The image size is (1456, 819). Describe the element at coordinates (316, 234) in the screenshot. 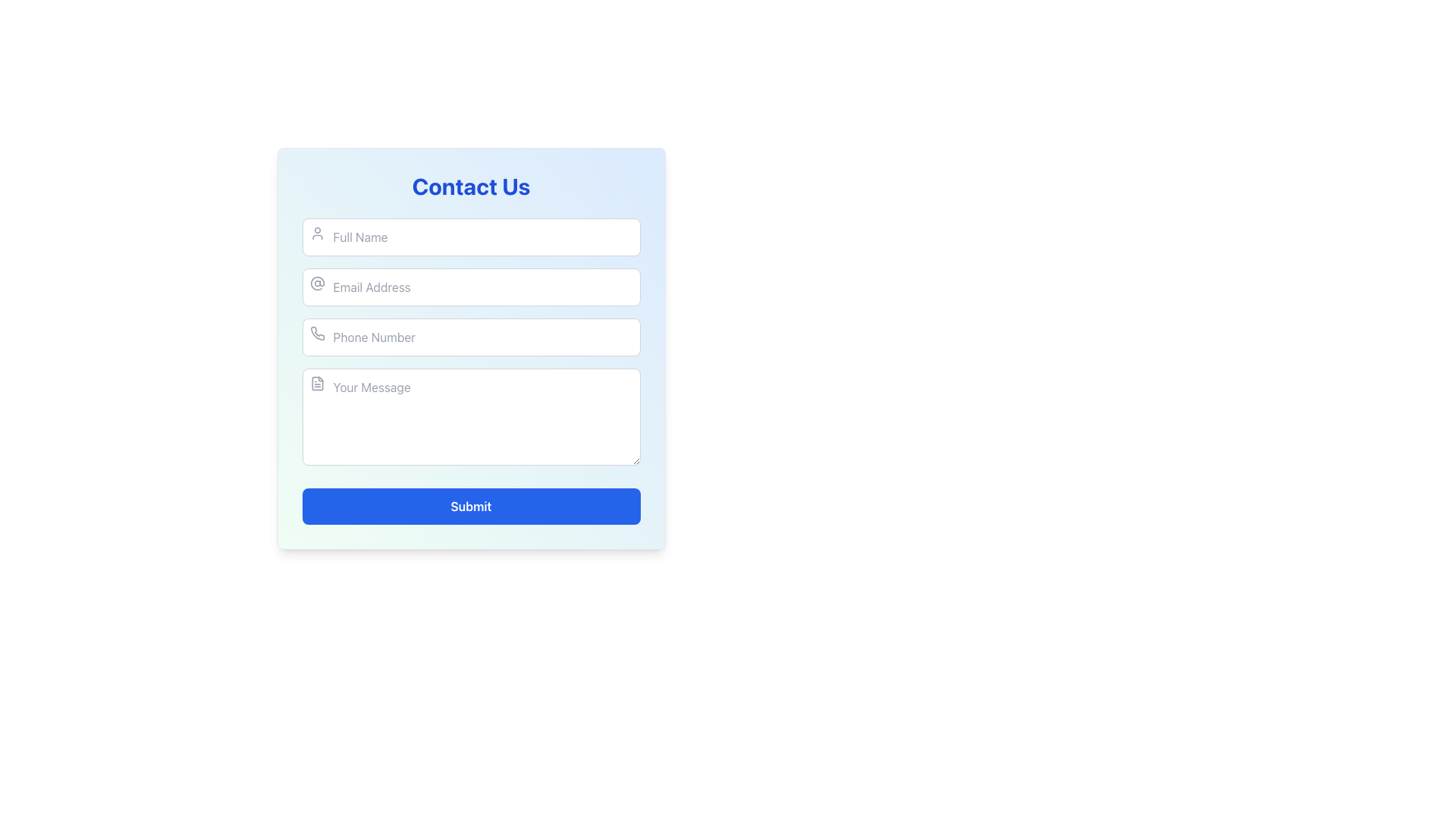

I see `the user icon located in the top-left corner of the 'Full Name' input field in the contact form` at that location.